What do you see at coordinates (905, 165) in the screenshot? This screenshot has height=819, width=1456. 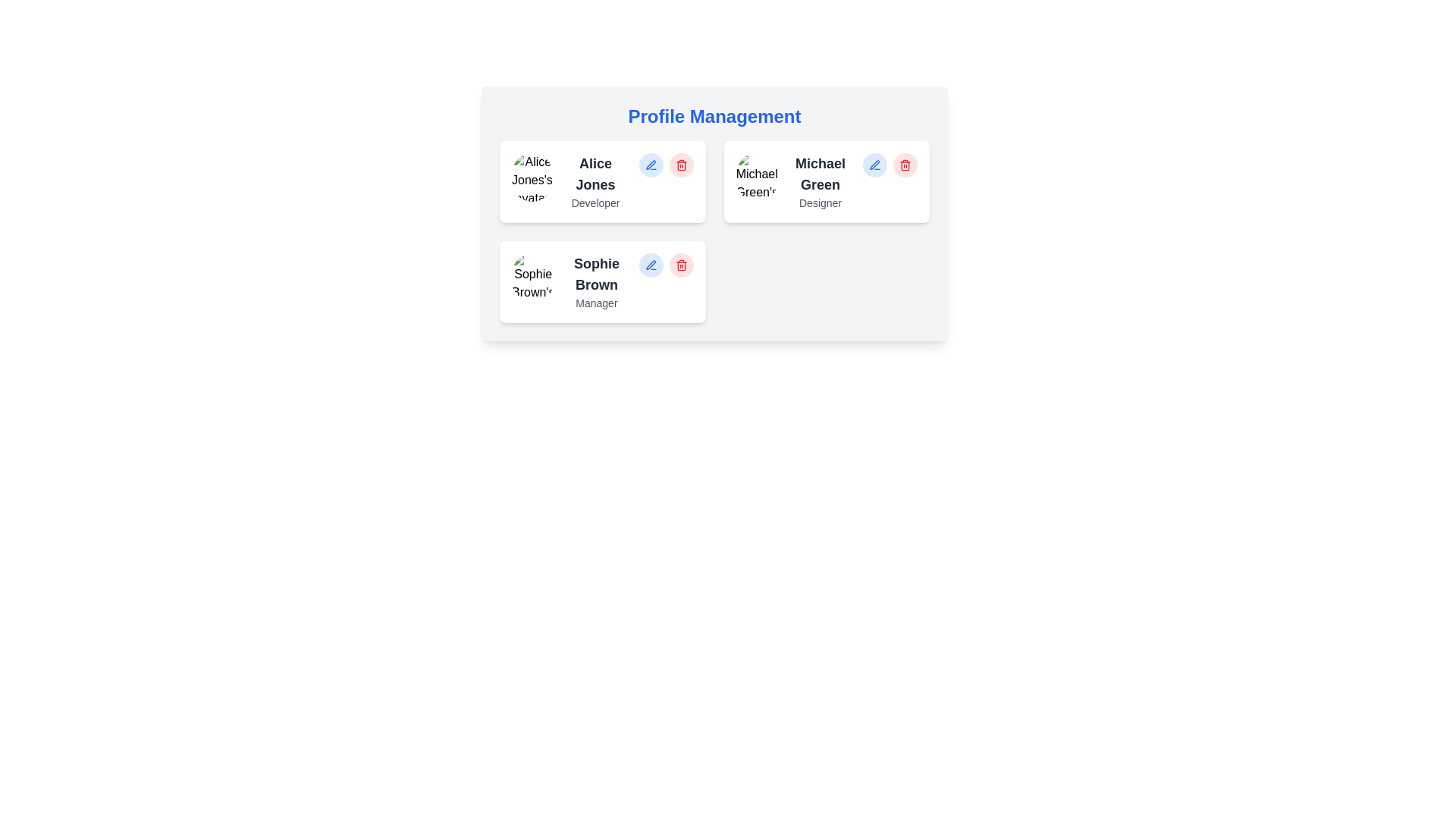 I see `the Icon button located in the top-right corner of the card for 'Michael Green'` at bounding box center [905, 165].